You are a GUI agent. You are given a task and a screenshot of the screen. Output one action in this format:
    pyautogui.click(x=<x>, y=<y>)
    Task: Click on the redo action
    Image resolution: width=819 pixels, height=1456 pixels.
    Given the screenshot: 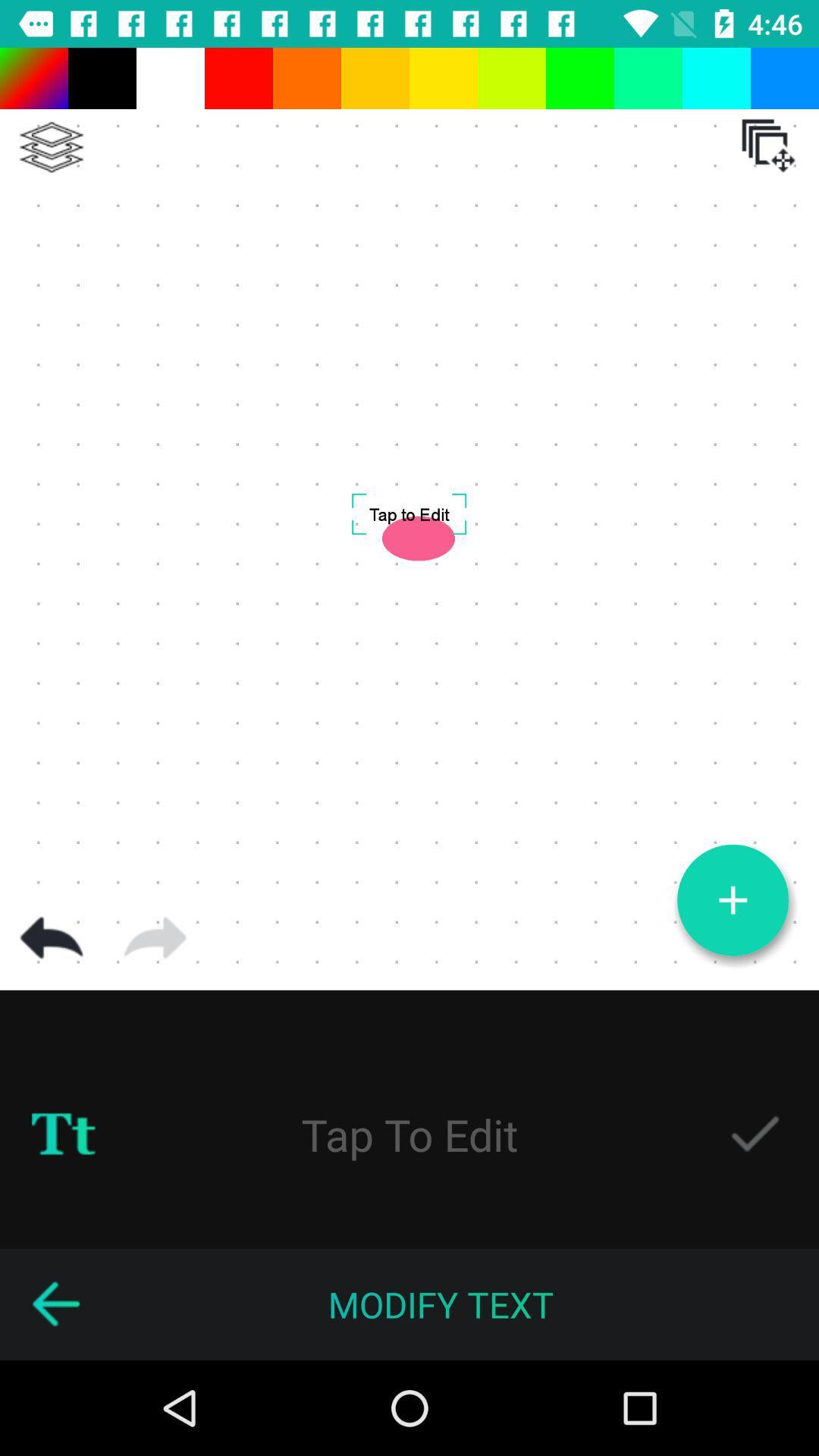 What is the action you would take?
    pyautogui.click(x=155, y=937)
    